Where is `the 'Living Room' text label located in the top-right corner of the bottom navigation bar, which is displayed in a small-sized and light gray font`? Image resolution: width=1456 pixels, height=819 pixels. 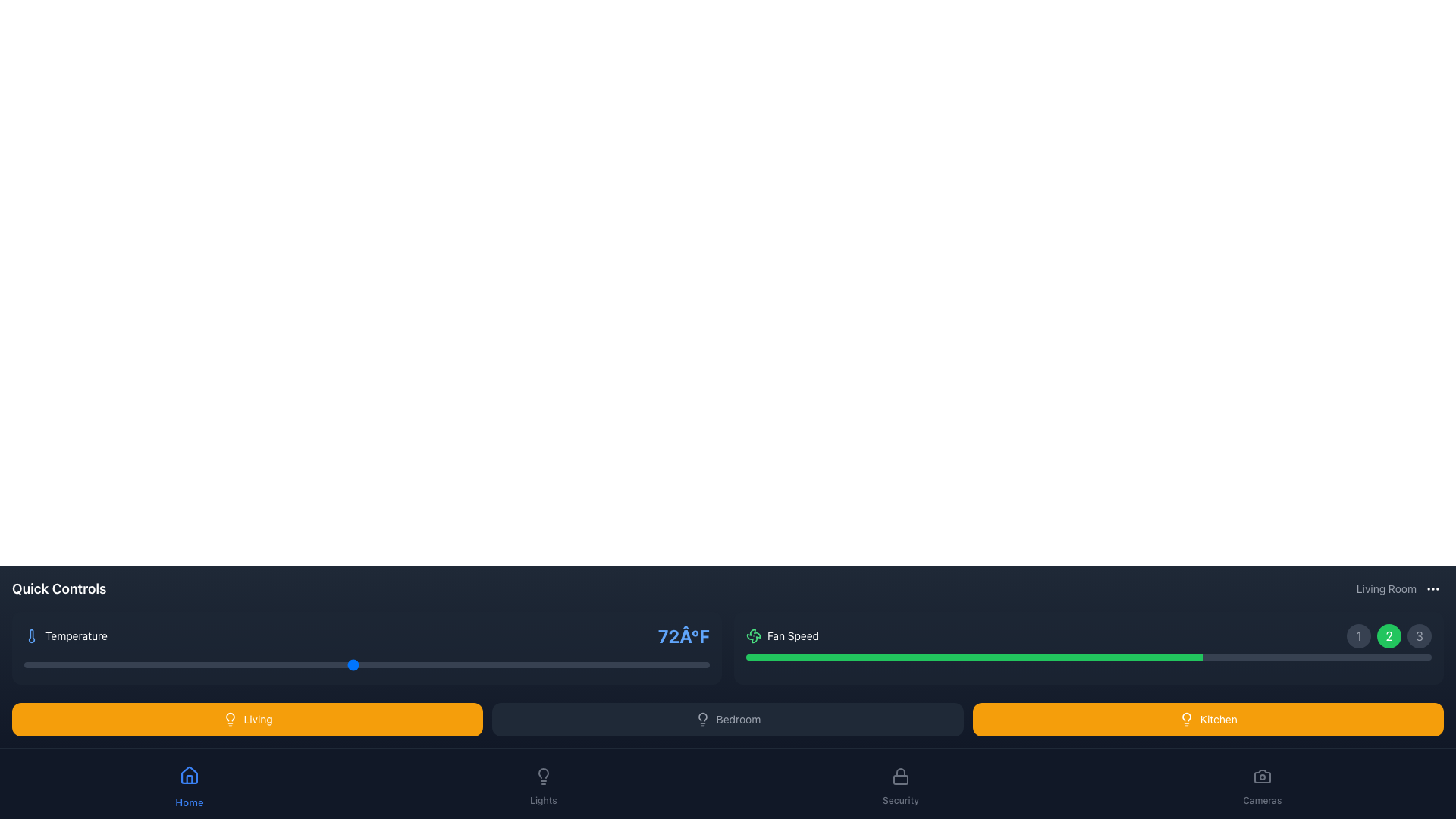
the 'Living Room' text label located in the top-right corner of the bottom navigation bar, which is displayed in a small-sized and light gray font is located at coordinates (1386, 588).